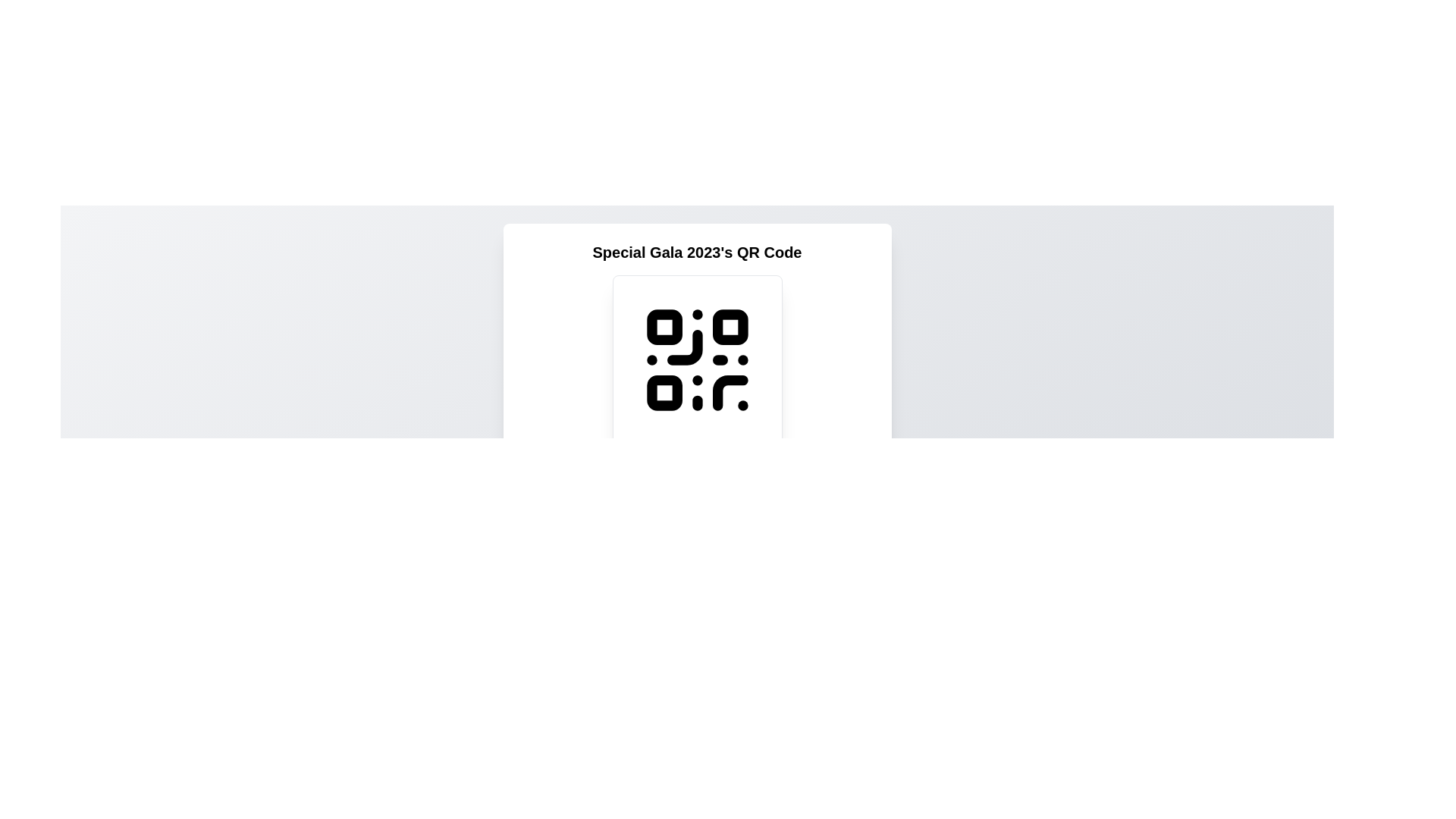 The image size is (1456, 819). What do you see at coordinates (664, 392) in the screenshot?
I see `the small square in the bottom-left corner of the QR code graphic` at bounding box center [664, 392].